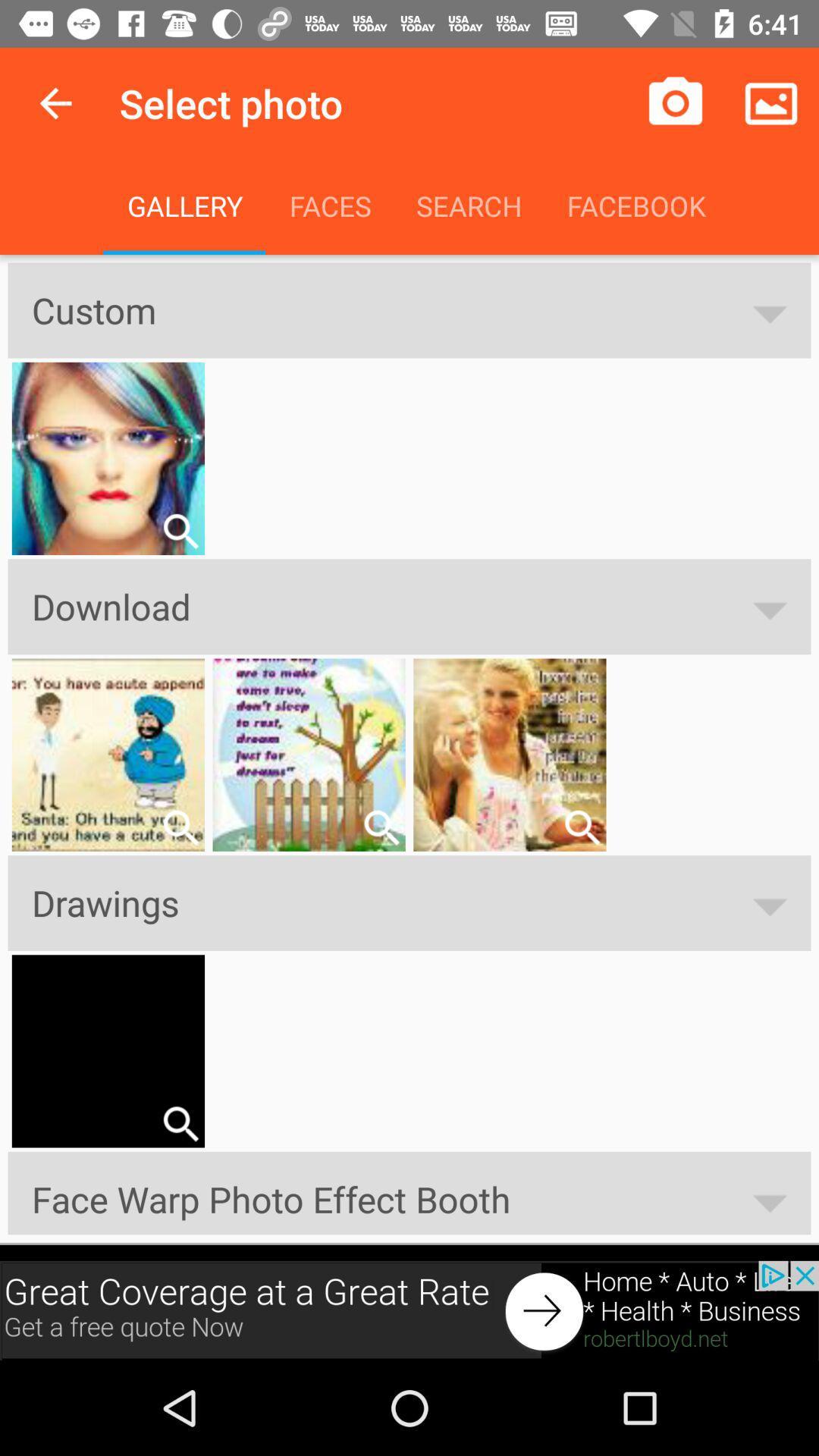 The height and width of the screenshot is (1456, 819). I want to click on launch advertisement link, so click(409, 1310).